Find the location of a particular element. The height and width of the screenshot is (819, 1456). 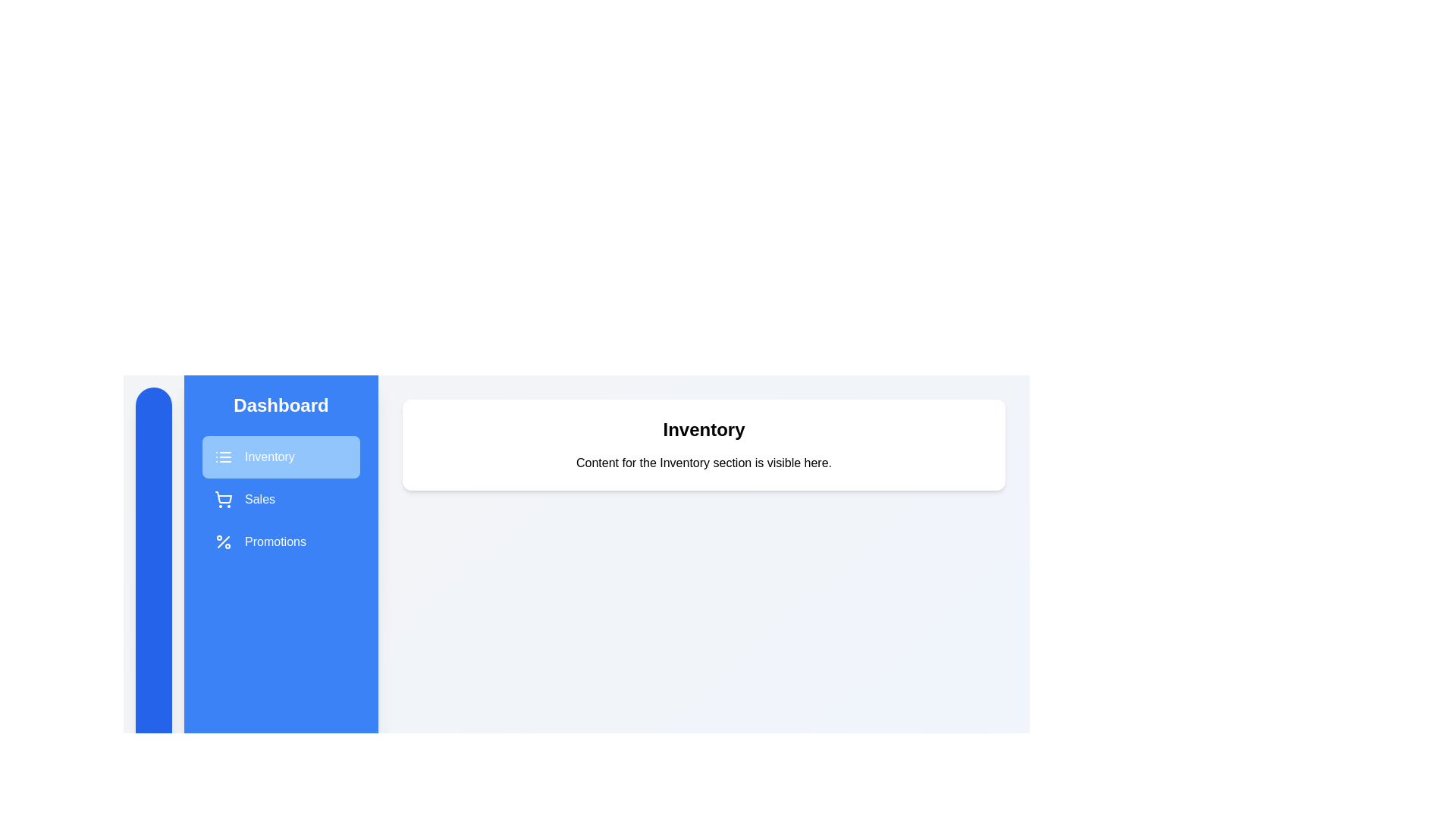

the sidebar item Inventory is located at coordinates (281, 456).